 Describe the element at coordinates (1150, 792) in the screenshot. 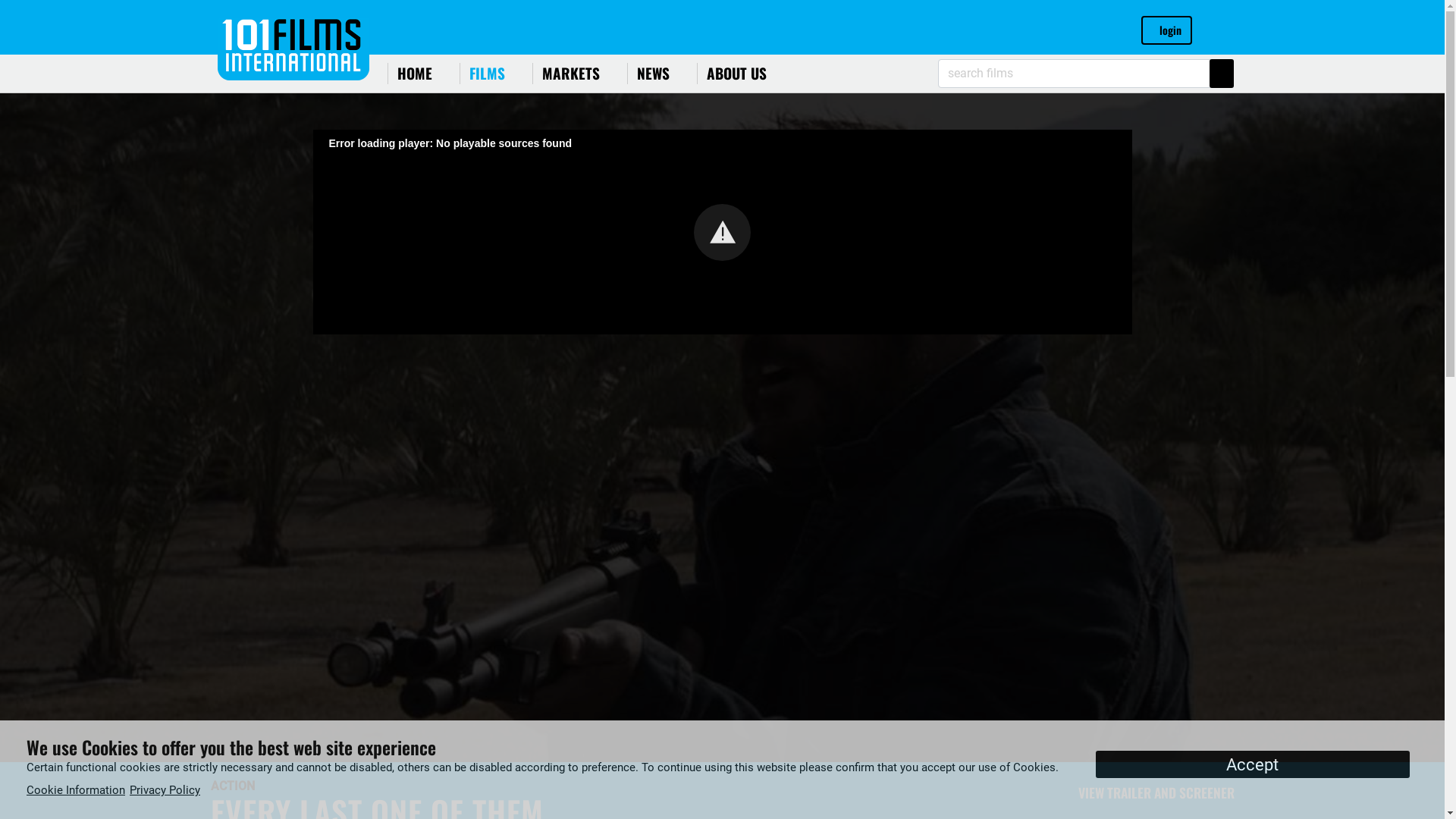

I see `'VIEW TRAILER AND SCREENER'` at that location.